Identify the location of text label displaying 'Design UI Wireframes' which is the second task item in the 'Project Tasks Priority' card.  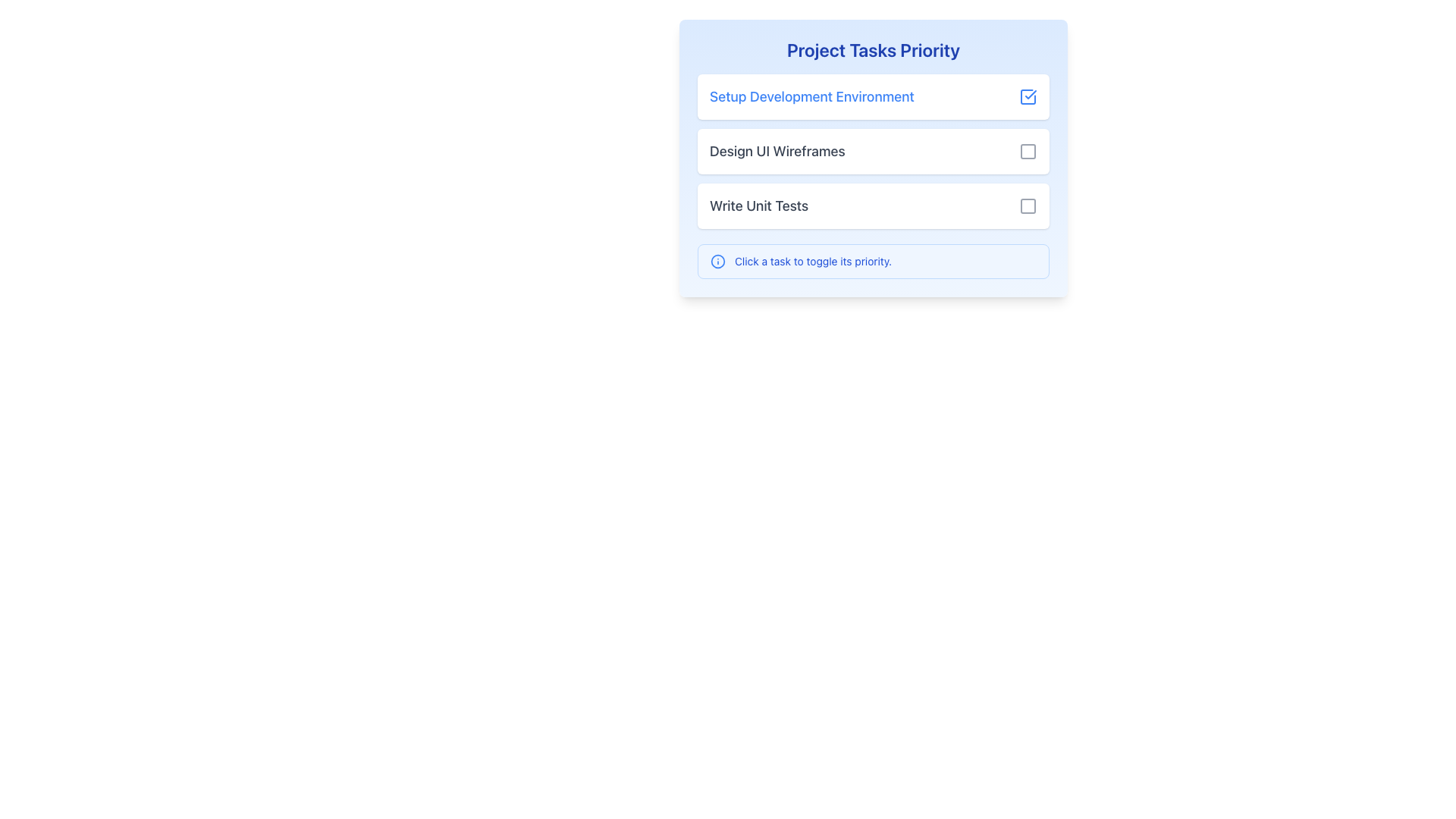
(777, 152).